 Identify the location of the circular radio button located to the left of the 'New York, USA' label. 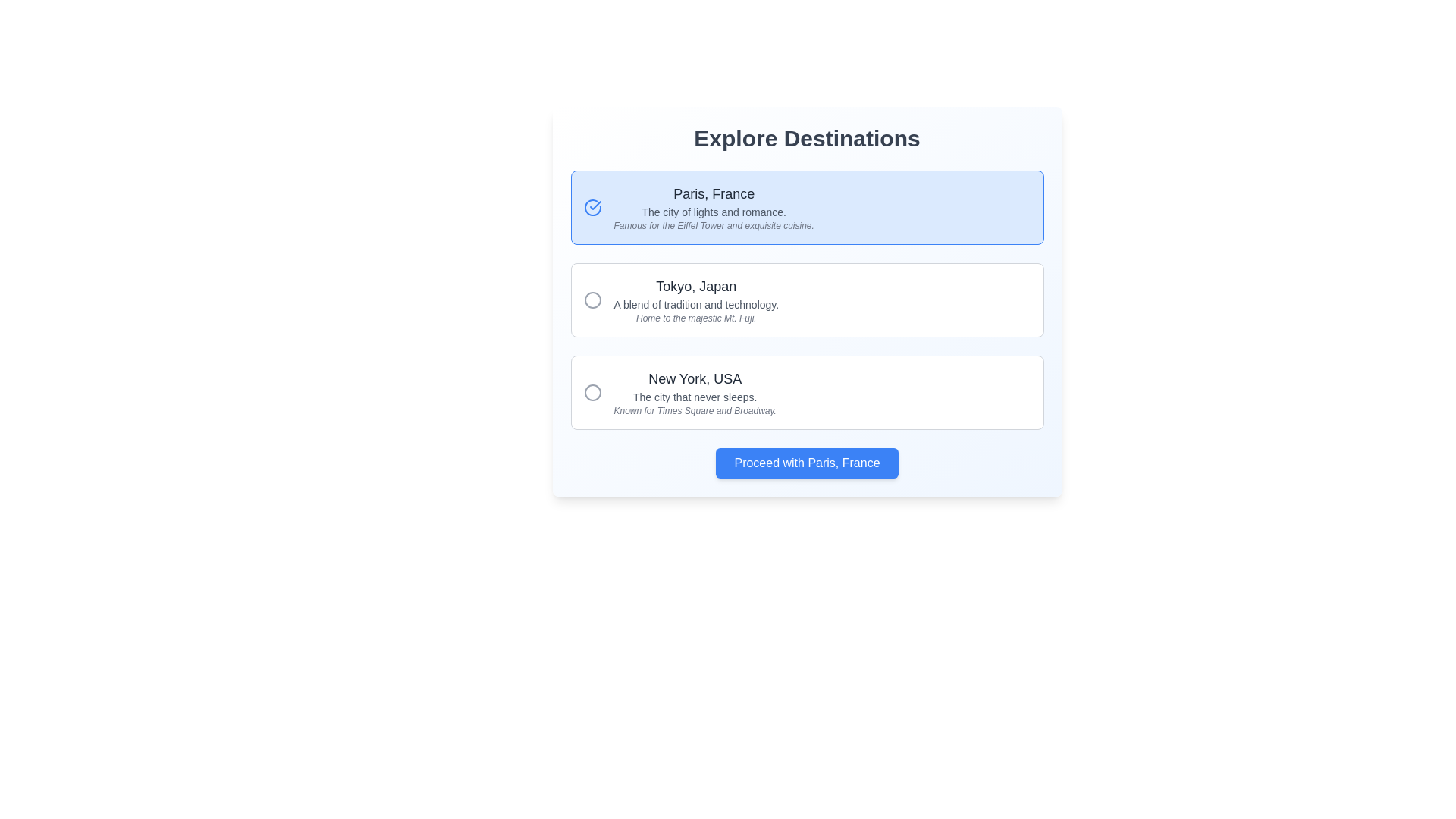
(591, 391).